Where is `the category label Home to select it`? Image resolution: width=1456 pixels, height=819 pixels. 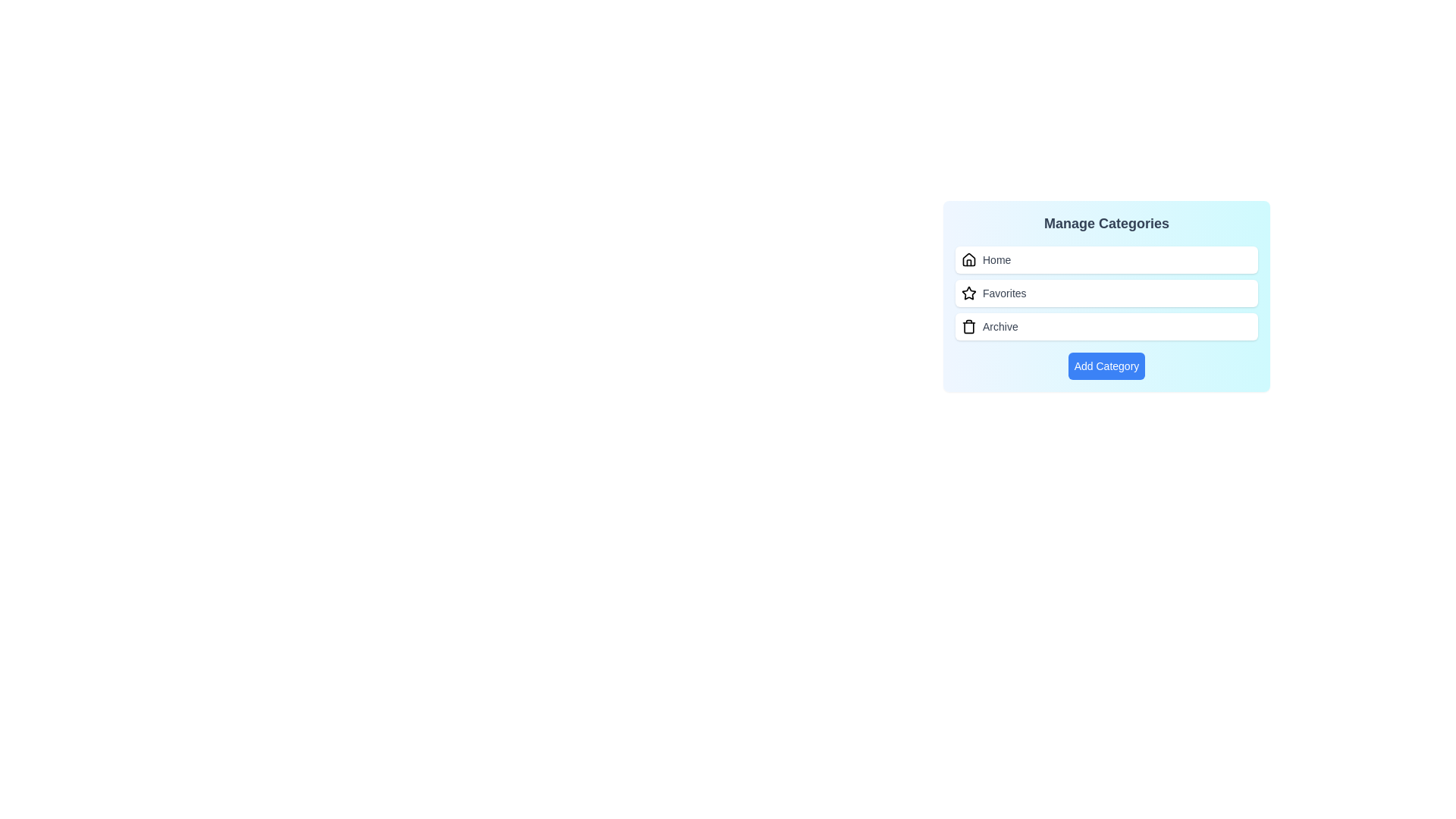
the category label Home to select it is located at coordinates (996, 259).